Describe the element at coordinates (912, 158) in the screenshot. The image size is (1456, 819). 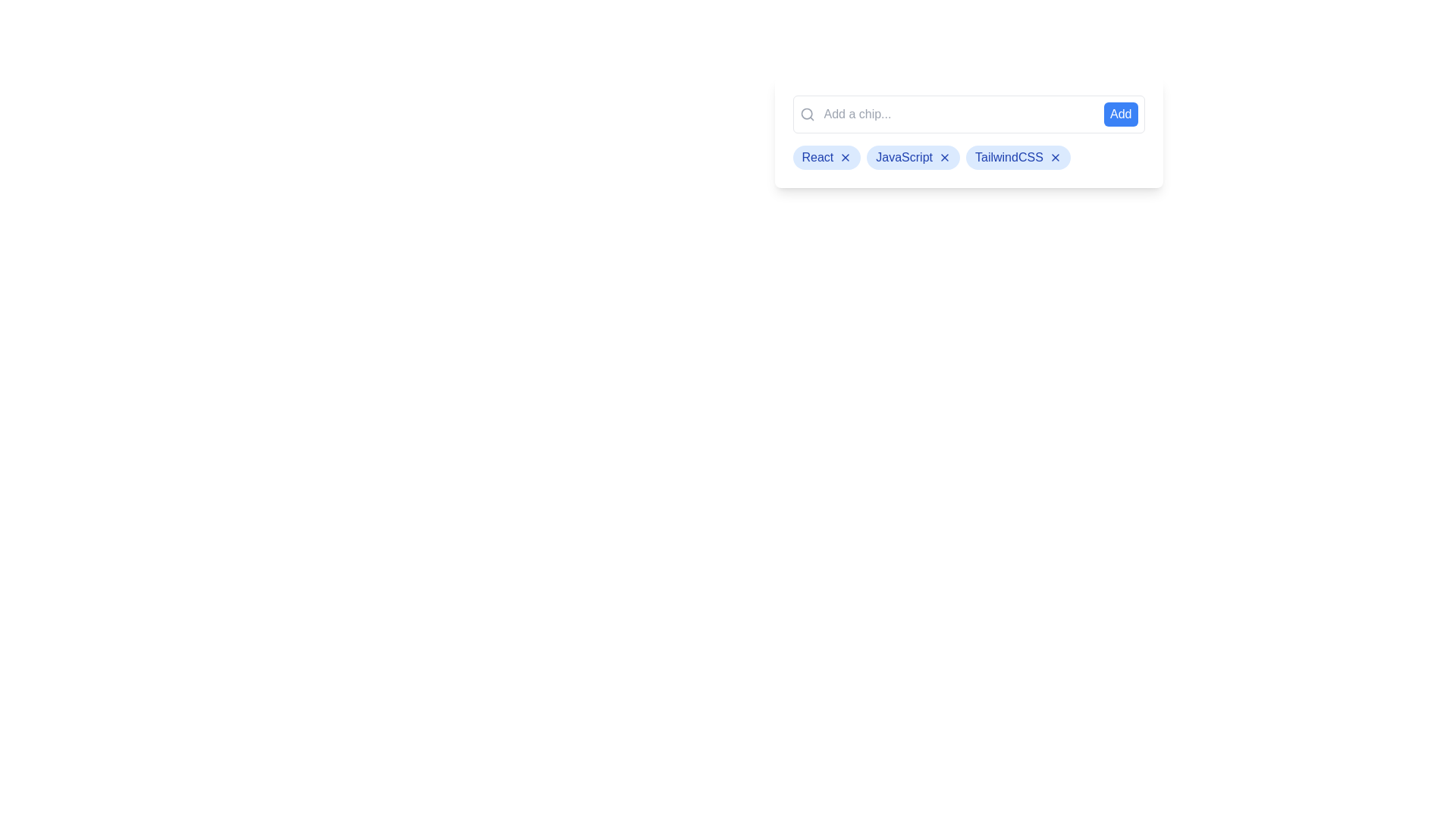
I see `the chip labeled JavaScript` at that location.